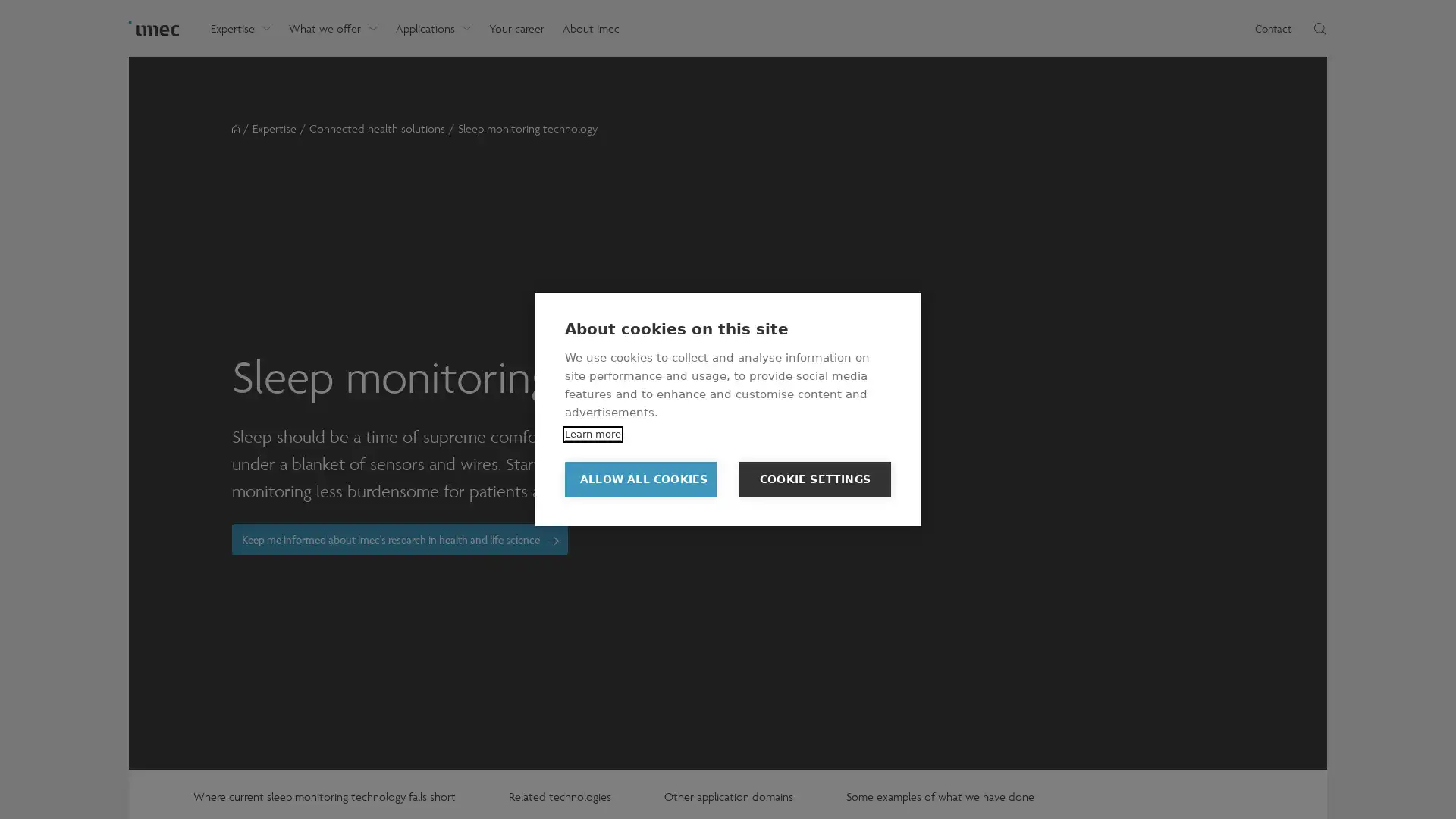  Describe the element at coordinates (814, 479) in the screenshot. I see `COOKIE SETTINGS` at that location.